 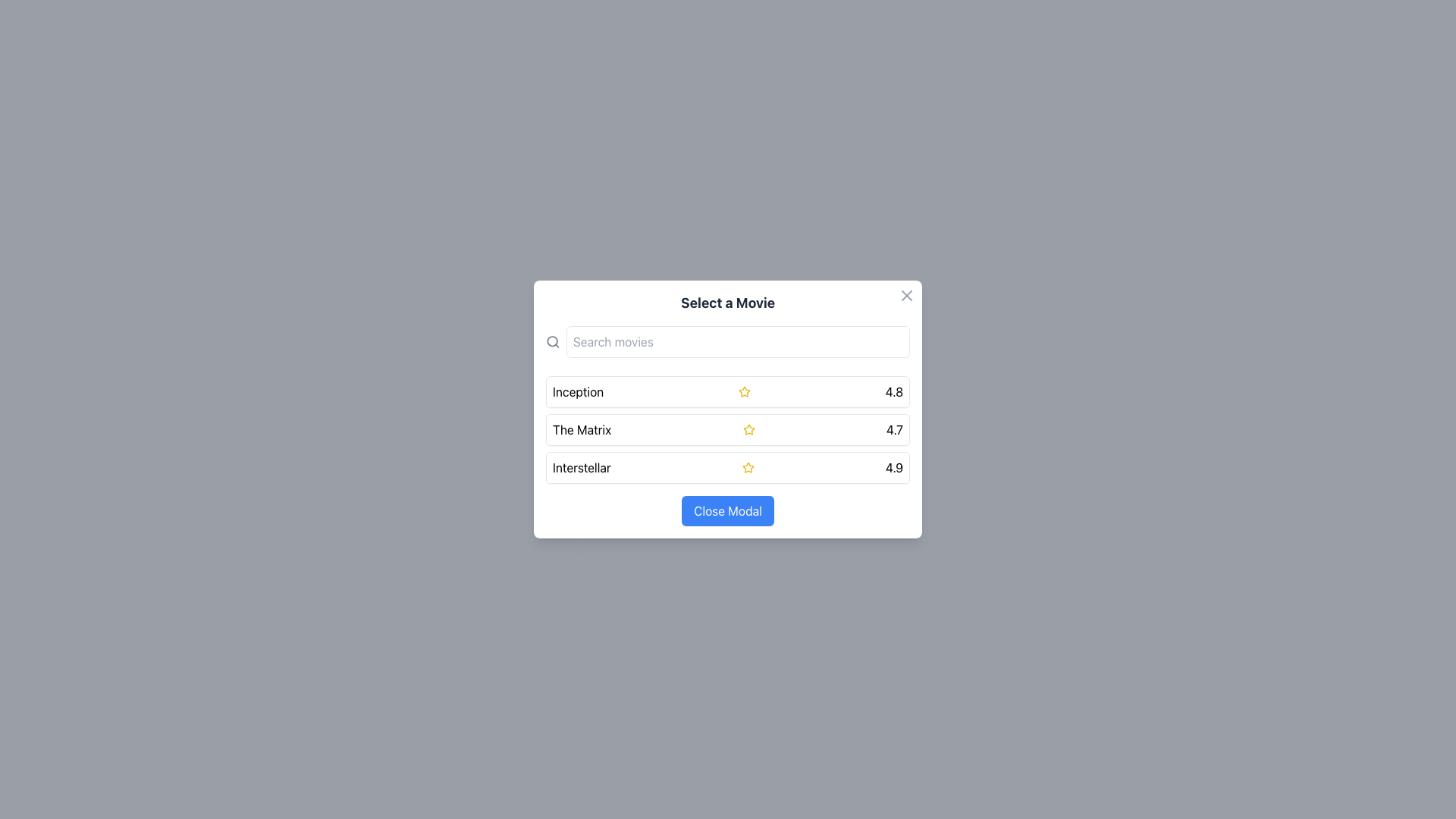 What do you see at coordinates (748, 429) in the screenshot?
I see `the rating icon next to 'The Matrix'` at bounding box center [748, 429].